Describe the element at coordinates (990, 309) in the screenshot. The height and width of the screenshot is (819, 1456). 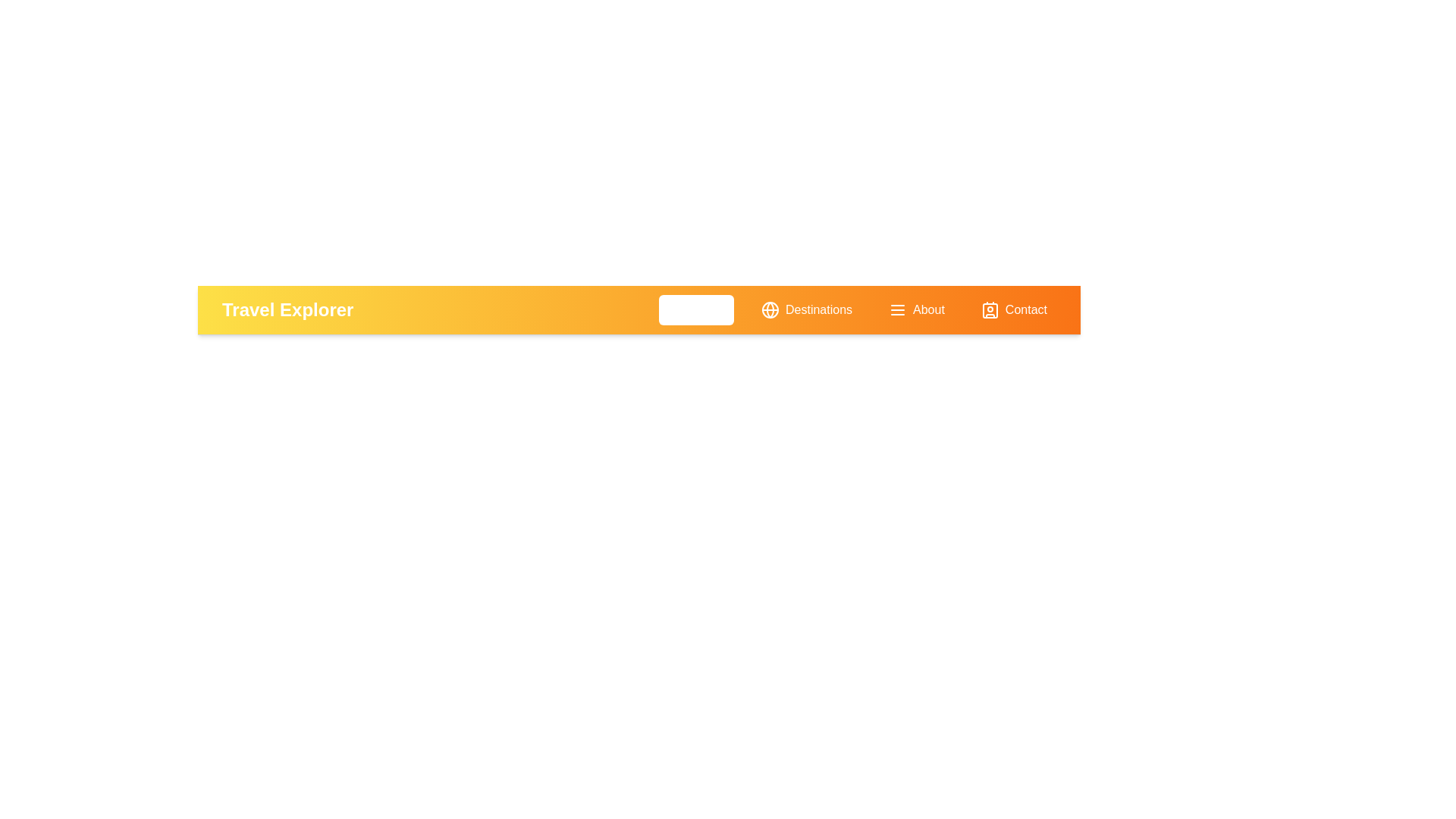
I see `the 'Contact' icon located at the far right of the navigation bar, which provides access to contact information or forms` at that location.